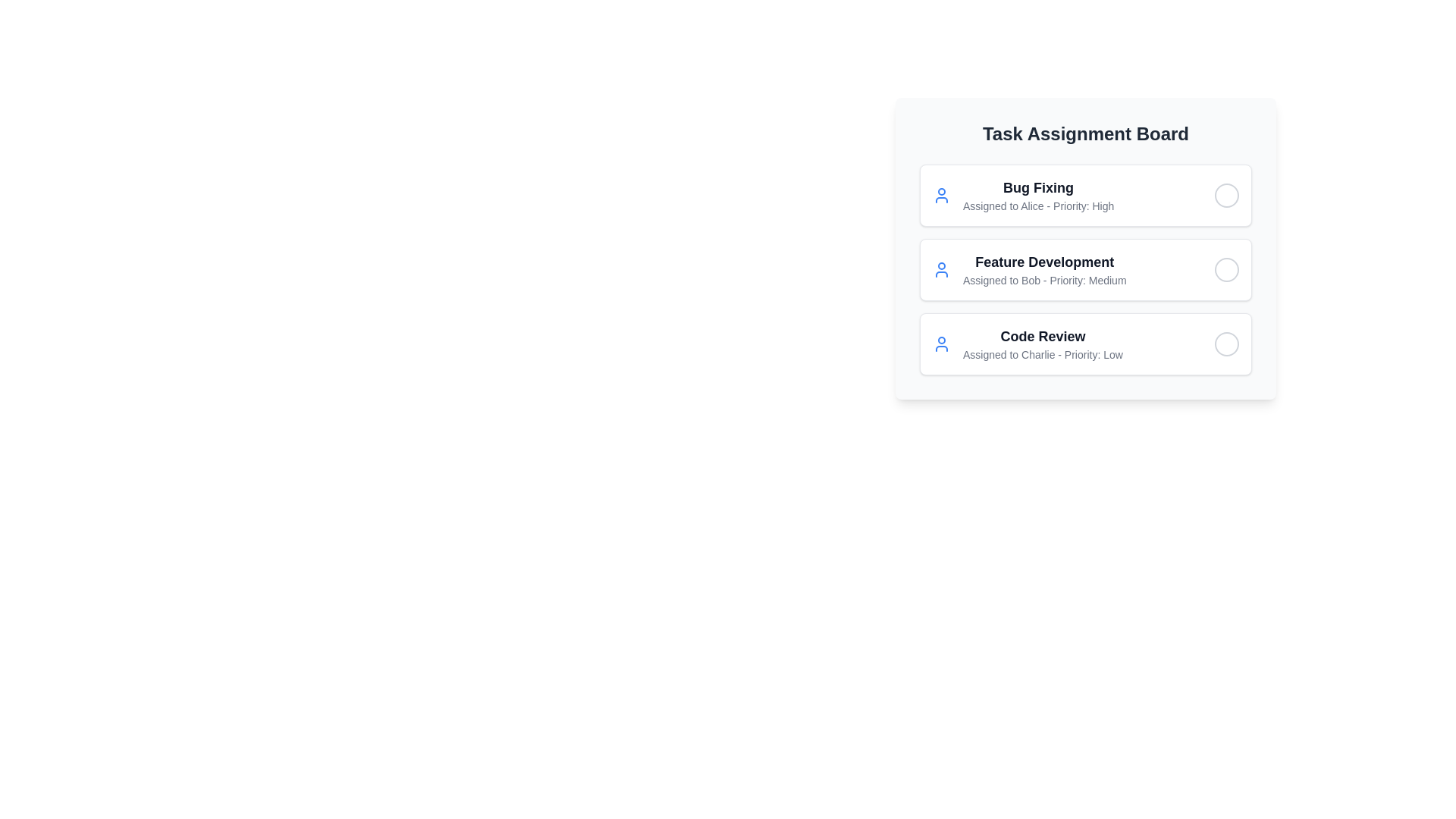 The width and height of the screenshot is (1456, 819). I want to click on the 'Bug Fixing' text label, which is styled in bold and large dark gray font, located at the top of the task items list in the Task Assignment Board, so click(1037, 187).